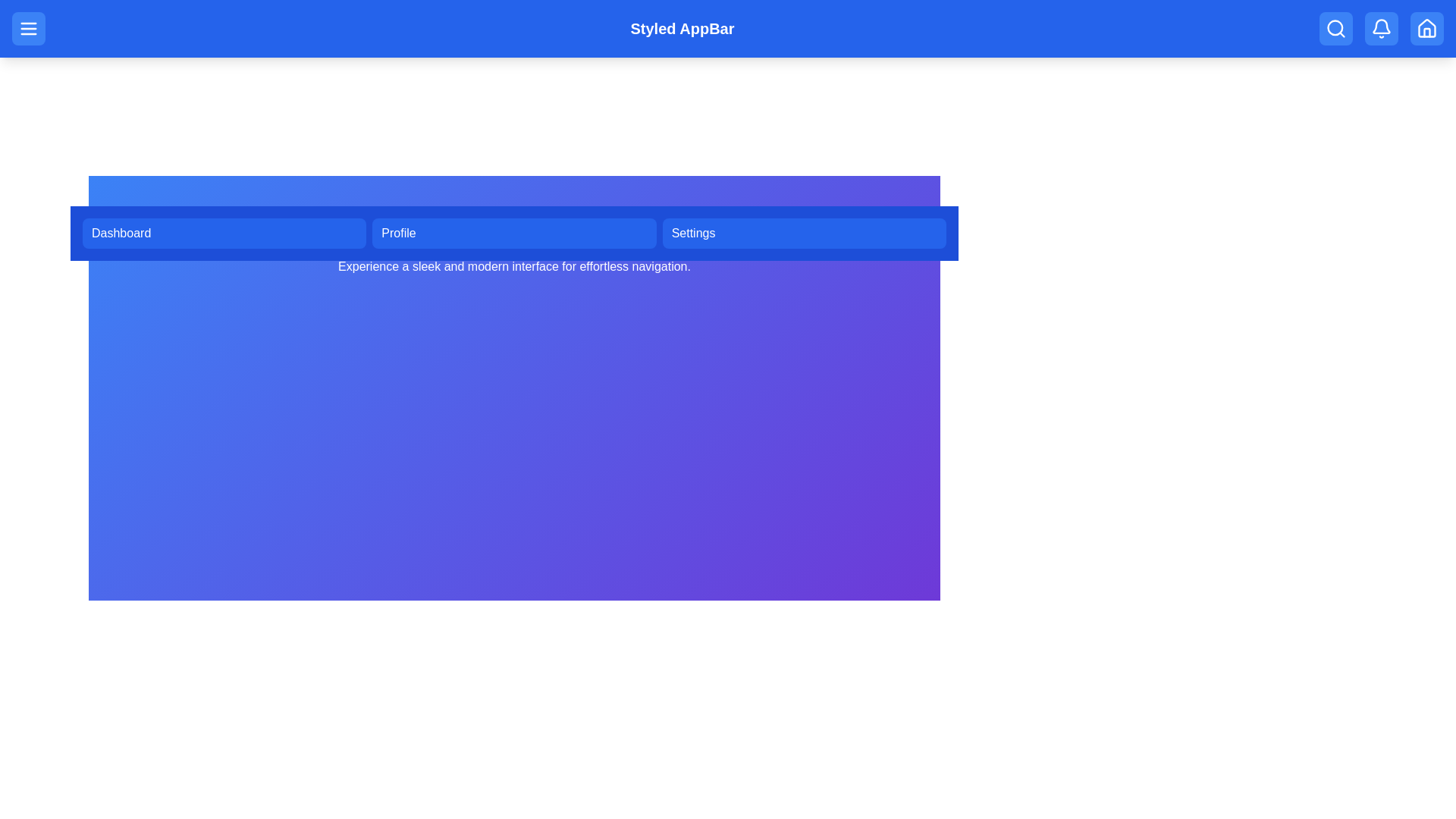  Describe the element at coordinates (513, 234) in the screenshot. I see `the navigation menu button corresponding to Profile` at that location.